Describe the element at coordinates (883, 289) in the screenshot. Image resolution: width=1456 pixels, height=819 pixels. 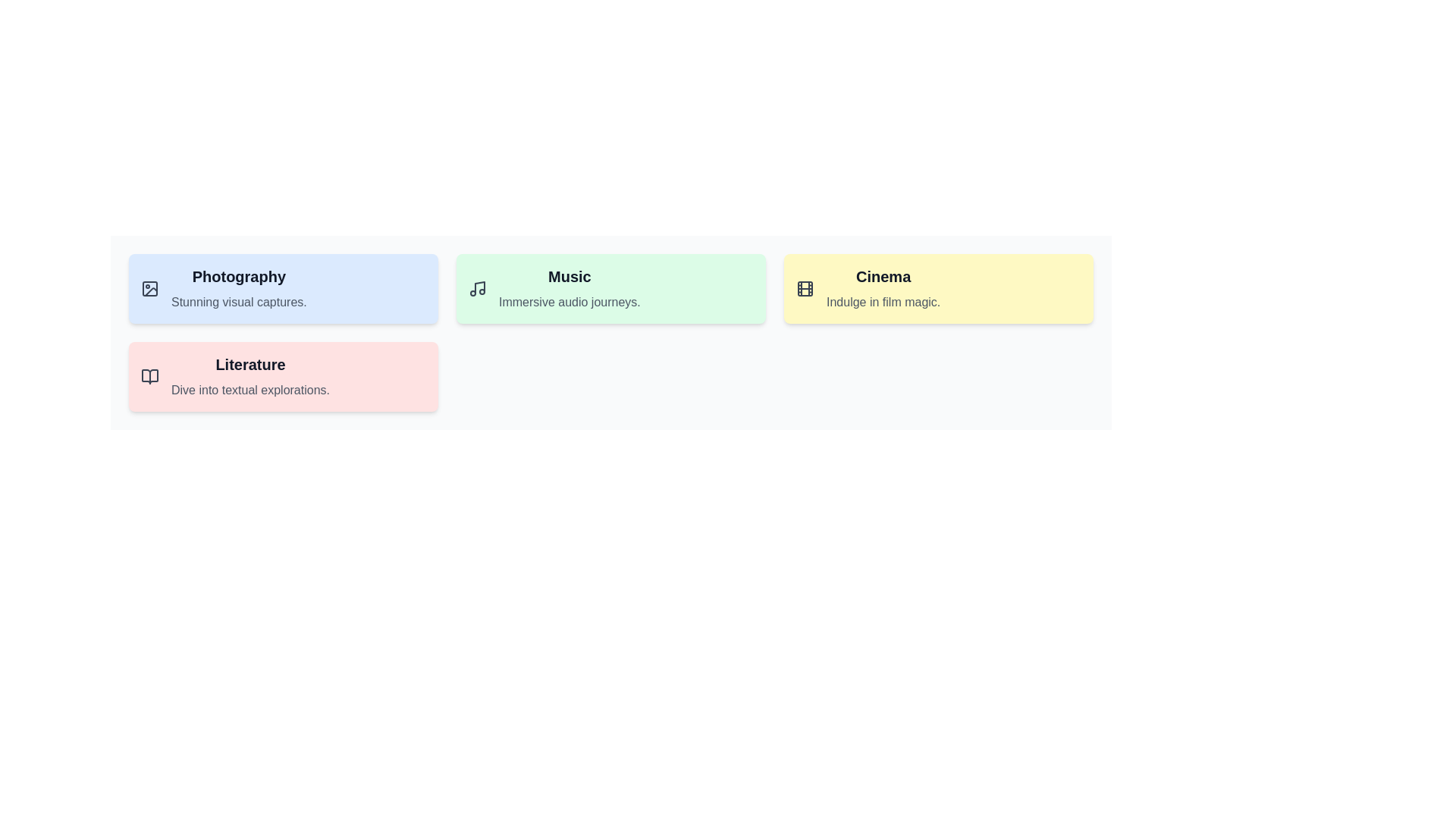
I see `the 'Cinema' descriptive card` at that location.